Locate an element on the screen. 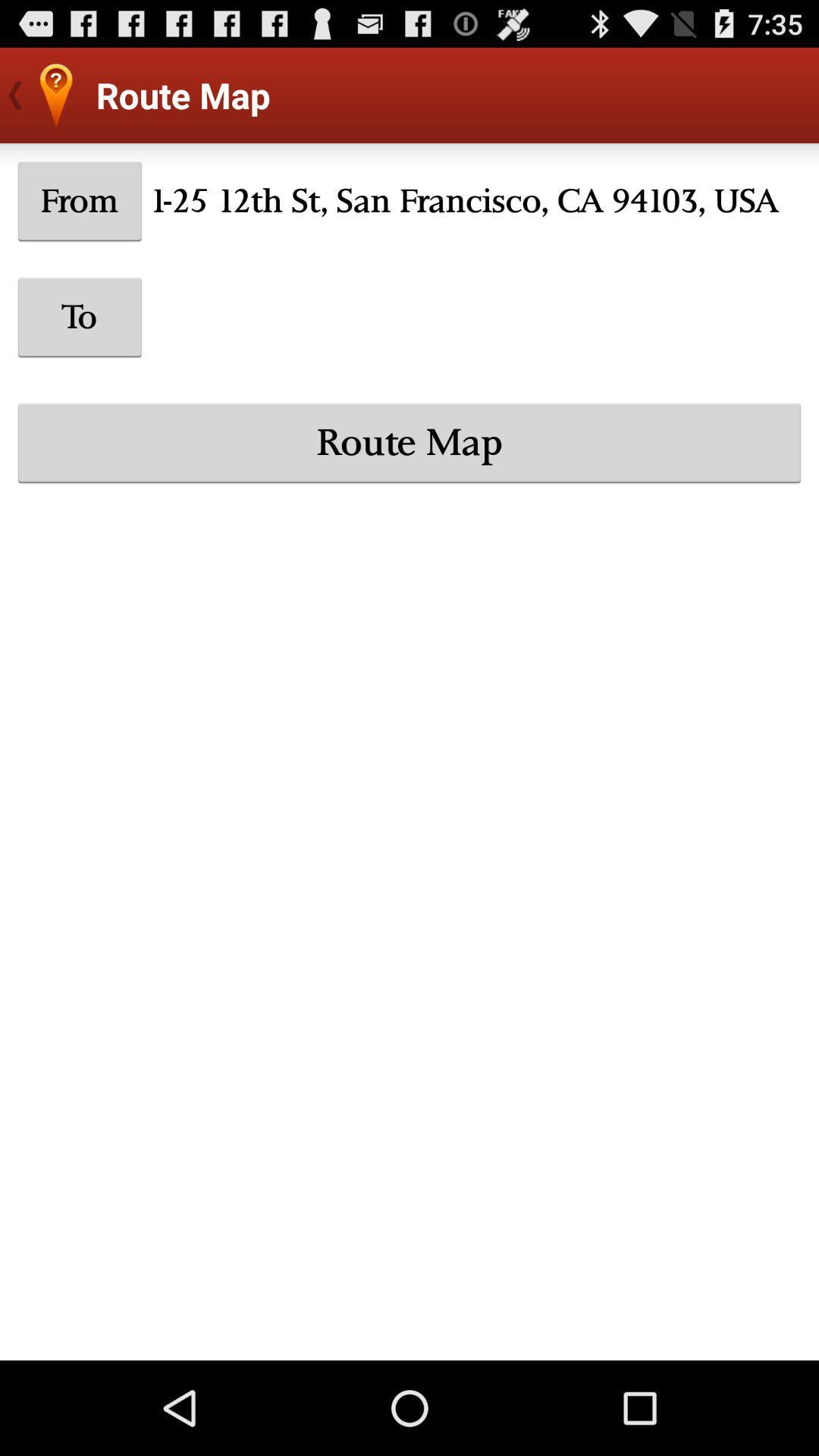 The height and width of the screenshot is (1456, 819). the item below from button is located at coordinates (80, 316).